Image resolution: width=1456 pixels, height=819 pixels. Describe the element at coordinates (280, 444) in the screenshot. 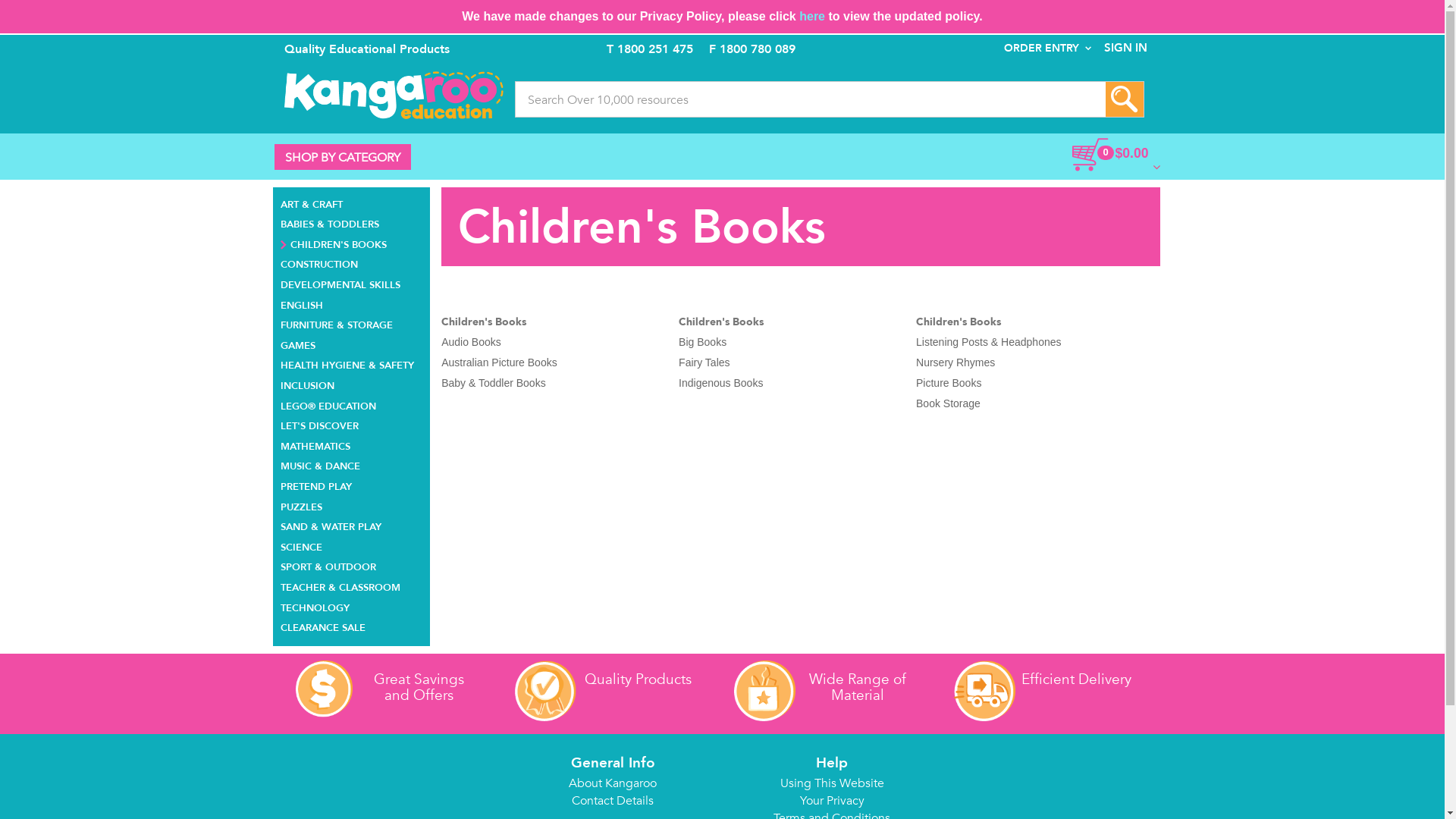

I see `'MATHEMATICS'` at that location.